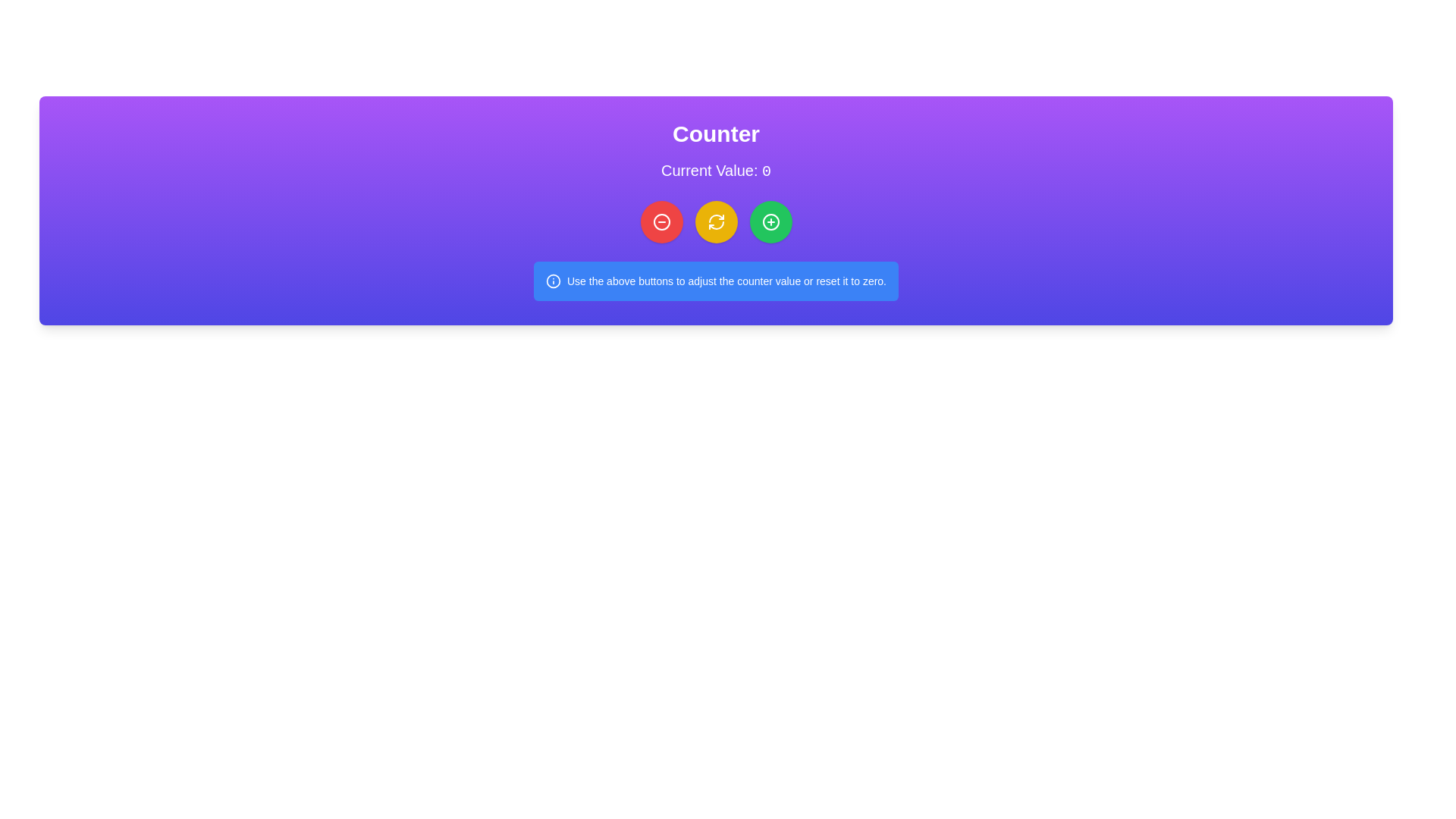 The image size is (1456, 819). I want to click on the second button in the horizontal row of three buttons, positioned centrally in the row, to reset or reload the counter displayed above, so click(715, 222).